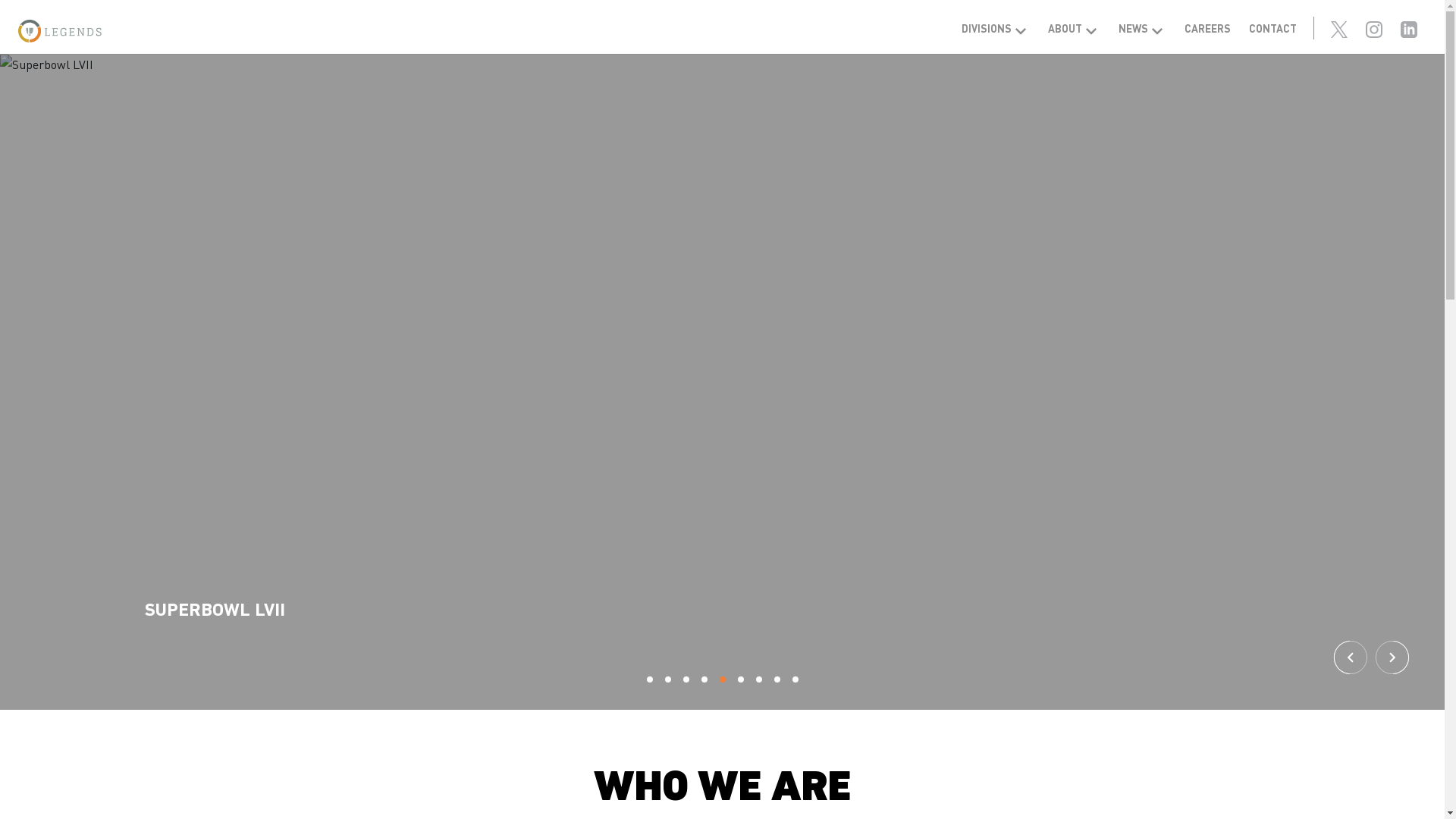  Describe the element at coordinates (996, 28) in the screenshot. I see `'DIVISIONS'` at that location.